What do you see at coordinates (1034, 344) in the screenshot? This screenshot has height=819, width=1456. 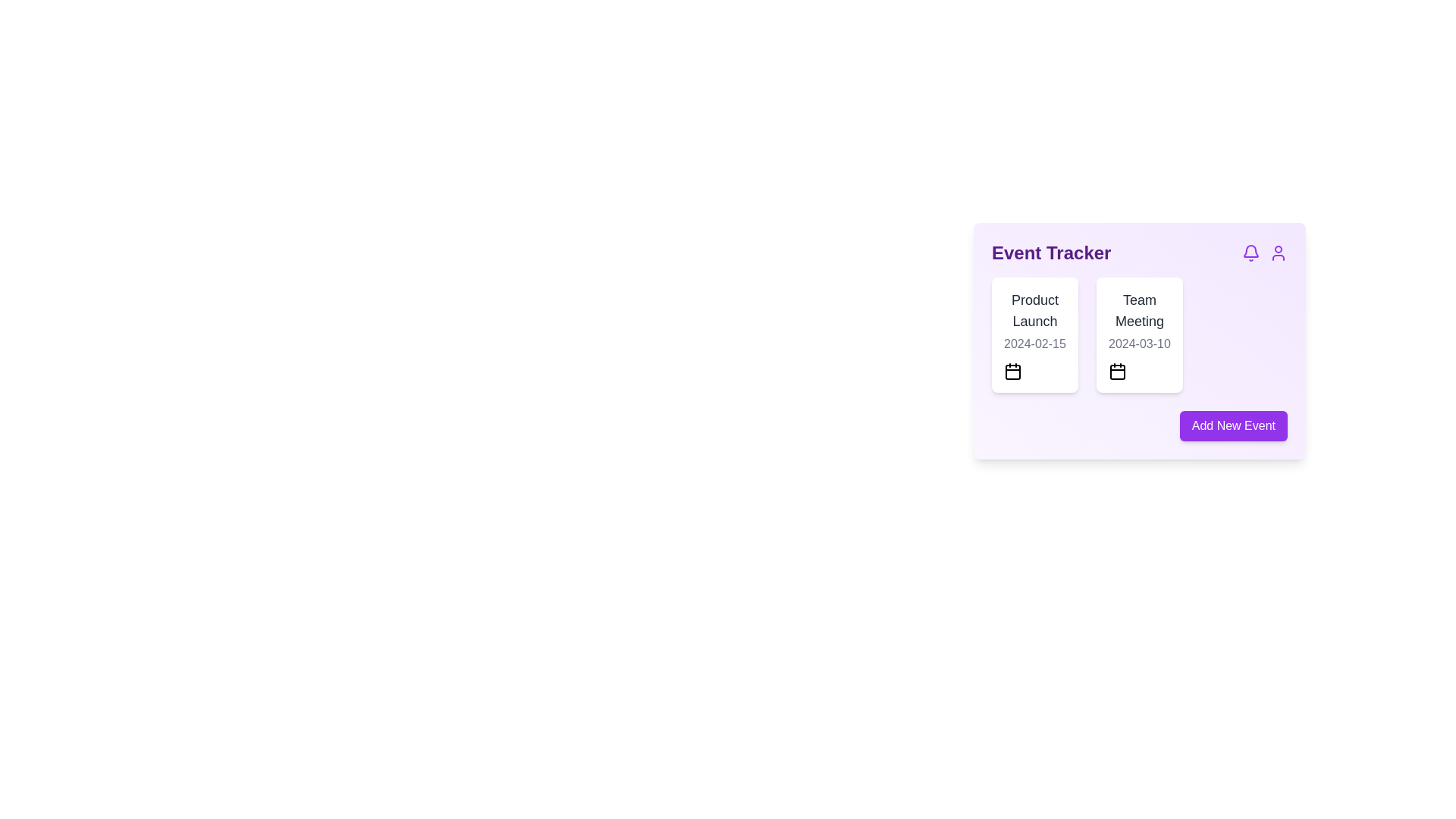 I see `the text label displaying the date '2024-02-15', which is located below the 'Product Launch' text in the card-like structure` at bounding box center [1034, 344].